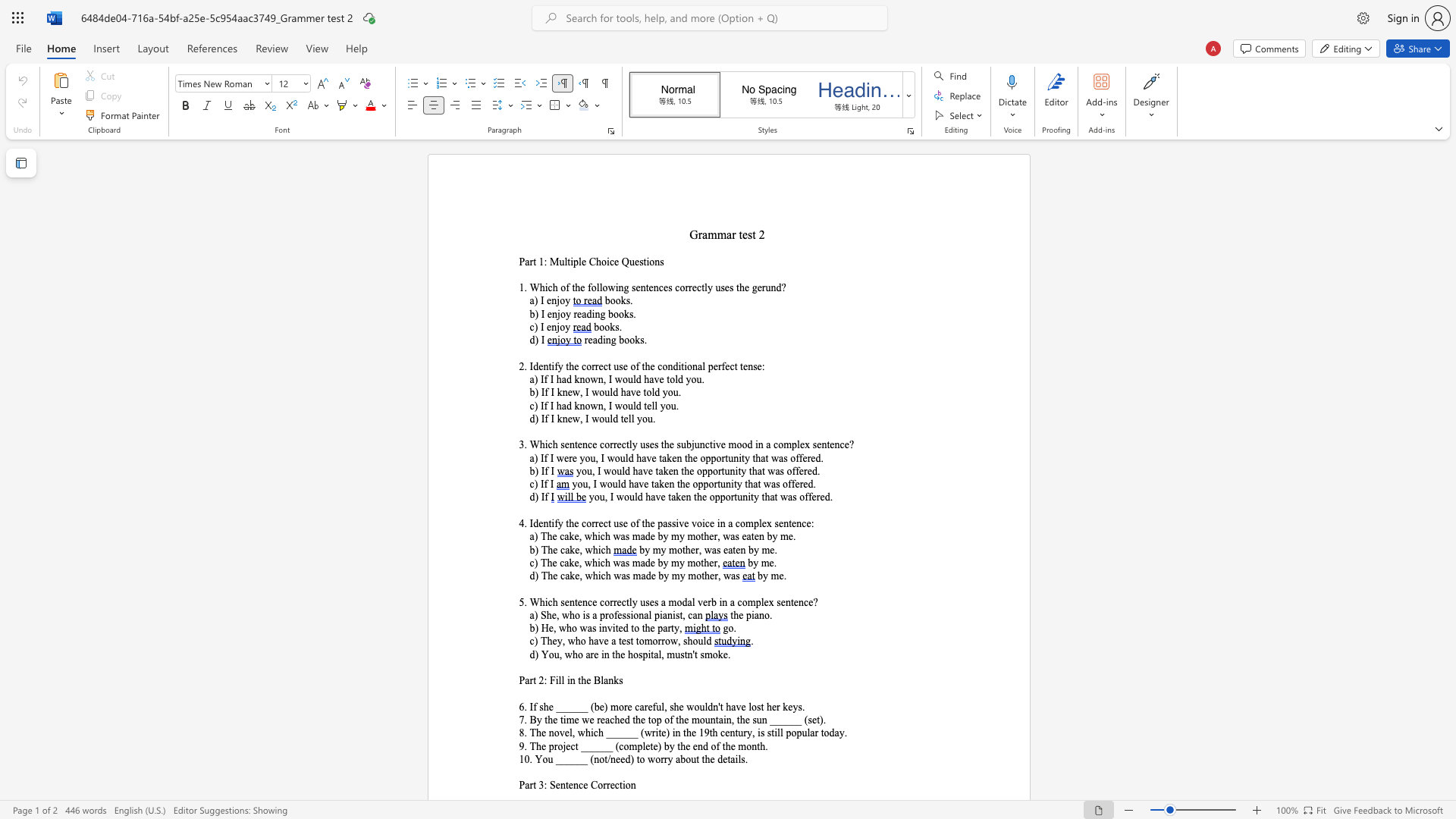 Image resolution: width=1456 pixels, height=819 pixels. What do you see at coordinates (529, 576) in the screenshot?
I see `the subset text "d) The cake, which was made by my mo" within the text "d) The cake, which was made by my mother, was"` at bounding box center [529, 576].